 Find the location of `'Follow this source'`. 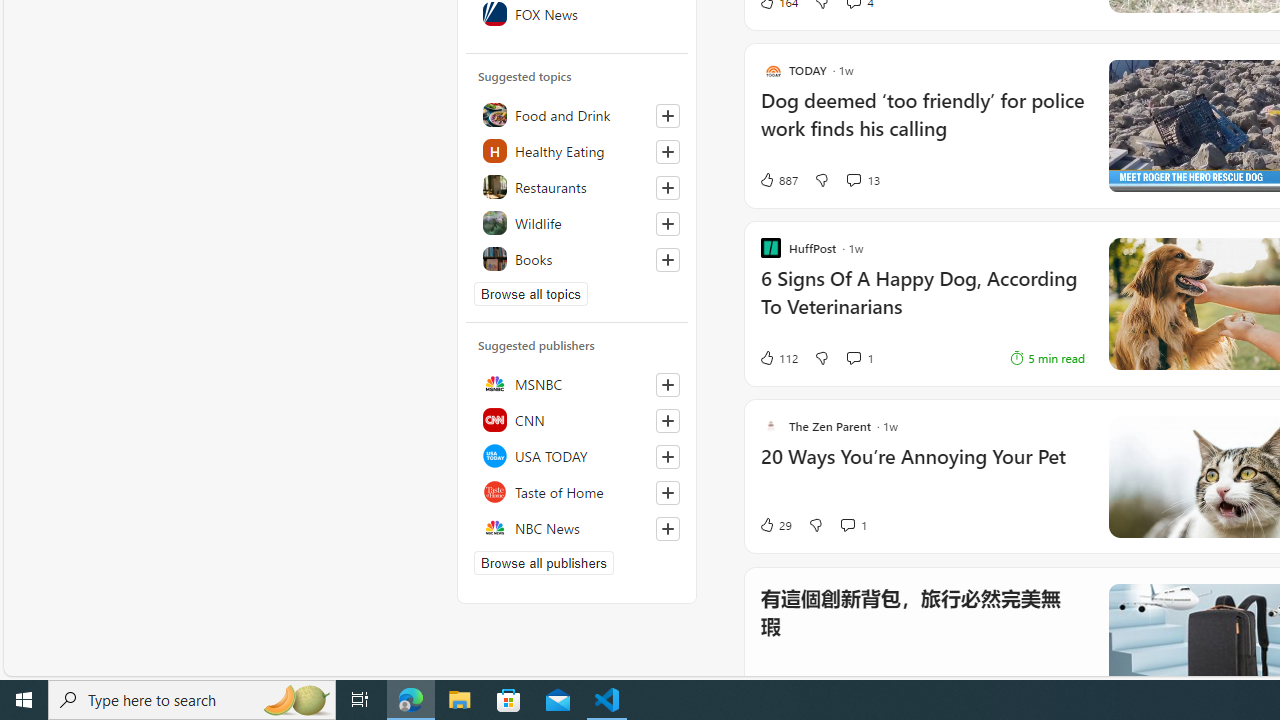

'Follow this source' is located at coordinates (667, 527).